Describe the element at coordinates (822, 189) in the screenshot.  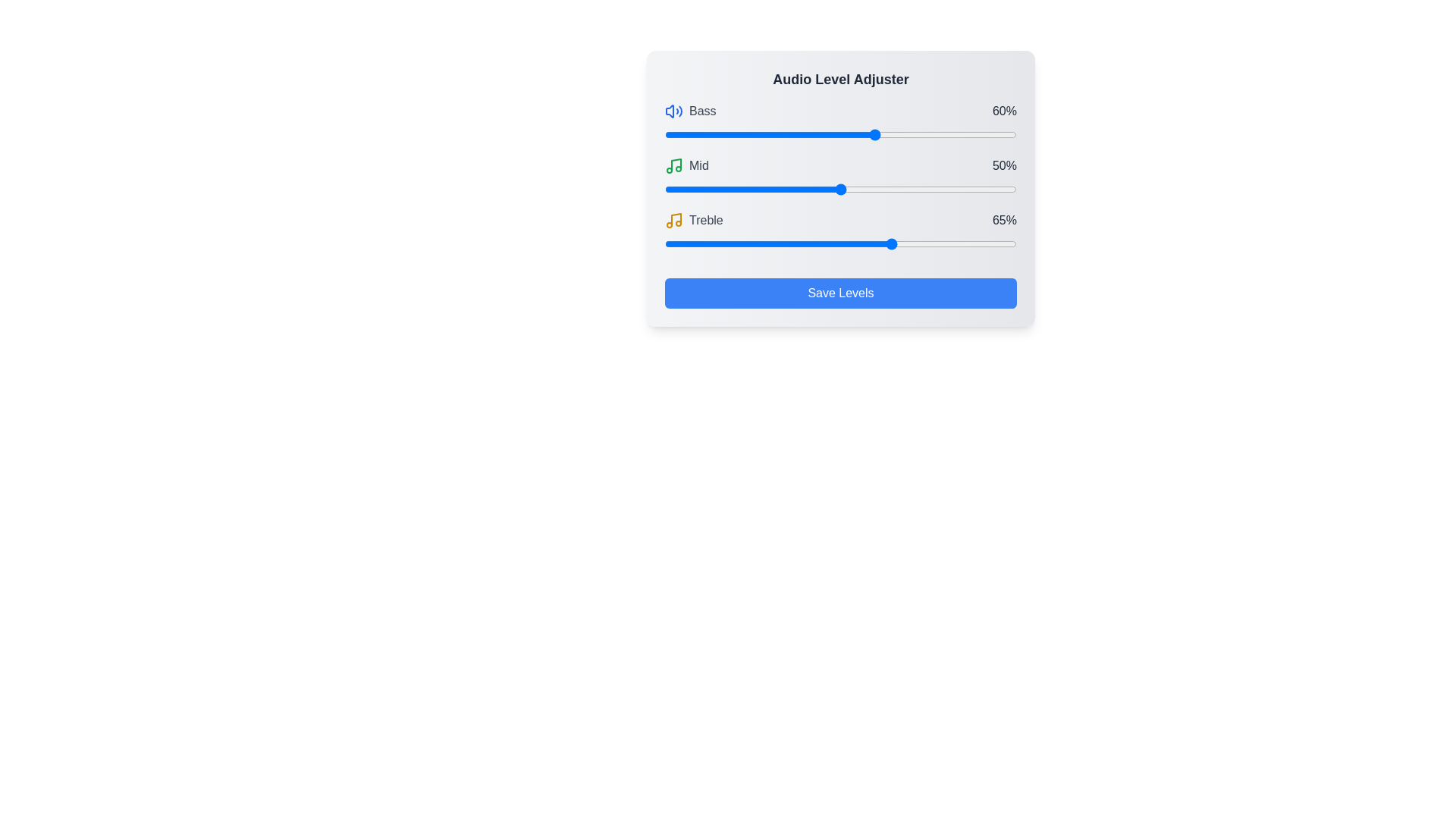
I see `the 'Mid' audio level` at that location.